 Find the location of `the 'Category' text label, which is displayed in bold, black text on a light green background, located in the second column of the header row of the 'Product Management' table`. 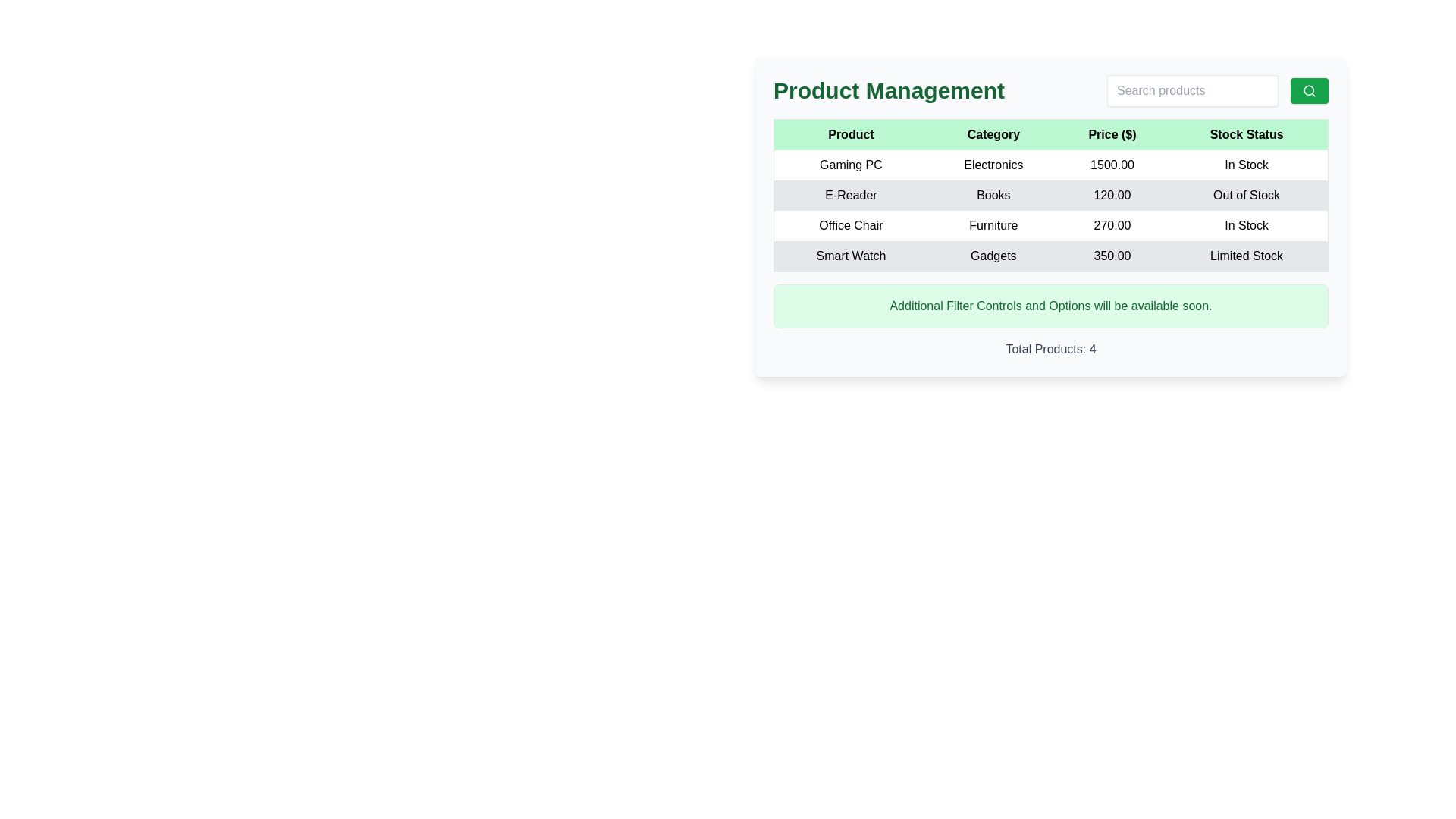

the 'Category' text label, which is displayed in bold, black text on a light green background, located in the second column of the header row of the 'Product Management' table is located at coordinates (993, 133).